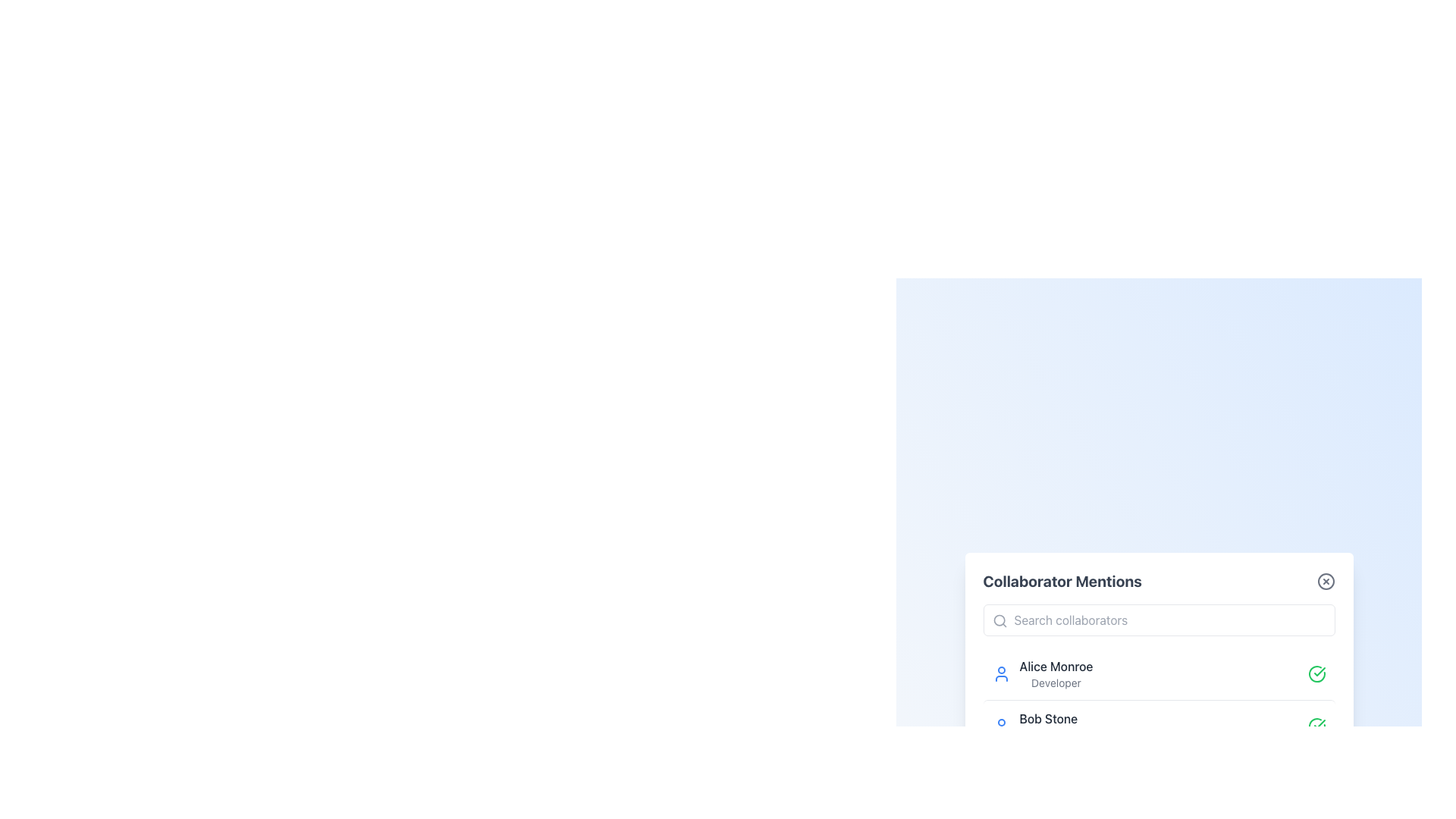 The width and height of the screenshot is (1456, 819). I want to click on the text label displaying the name 'Bob Stone', so click(1047, 725).